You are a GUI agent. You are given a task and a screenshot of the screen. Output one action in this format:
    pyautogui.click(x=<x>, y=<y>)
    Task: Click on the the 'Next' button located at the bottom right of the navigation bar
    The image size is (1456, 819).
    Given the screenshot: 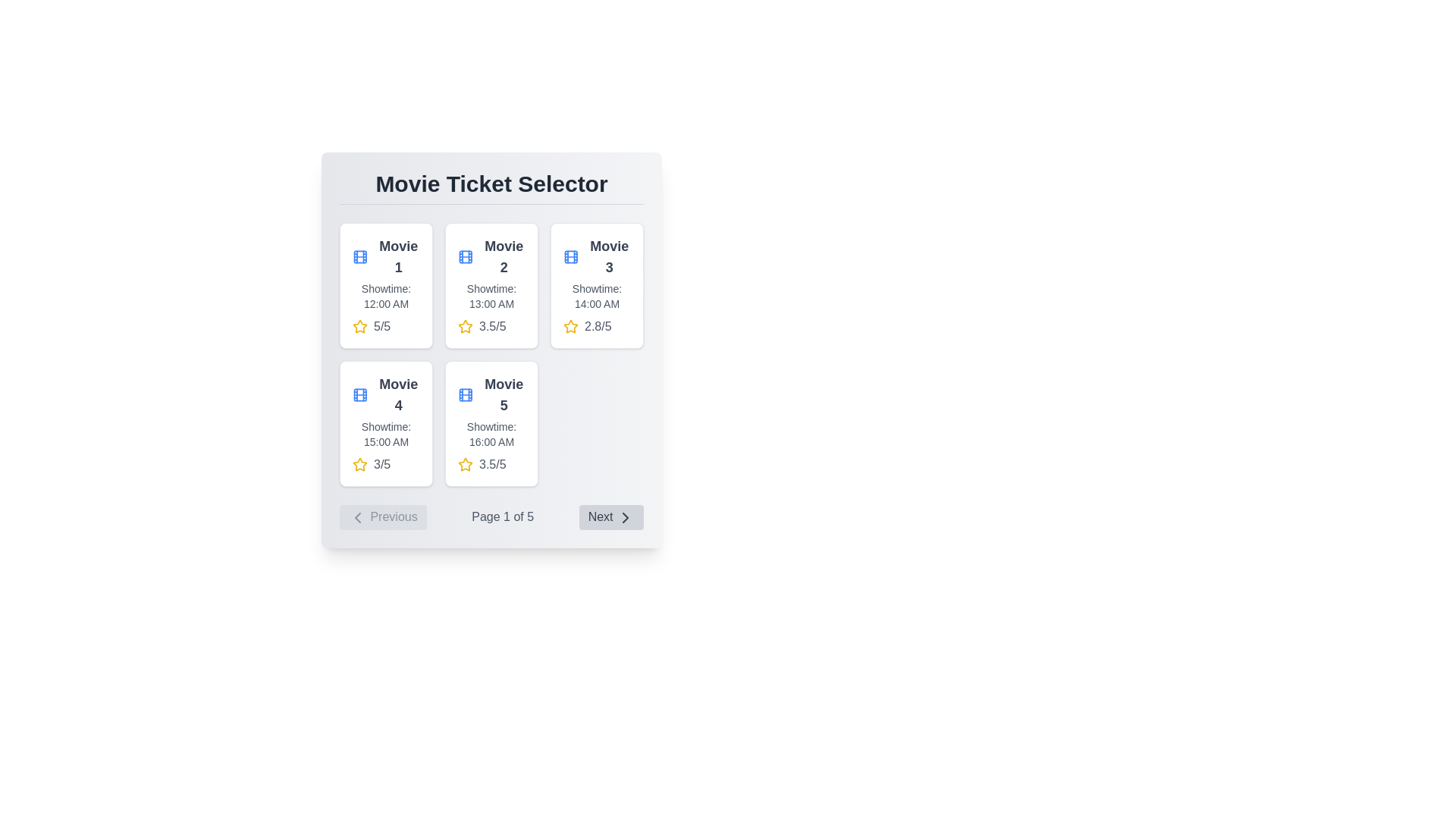 What is the action you would take?
    pyautogui.click(x=611, y=516)
    